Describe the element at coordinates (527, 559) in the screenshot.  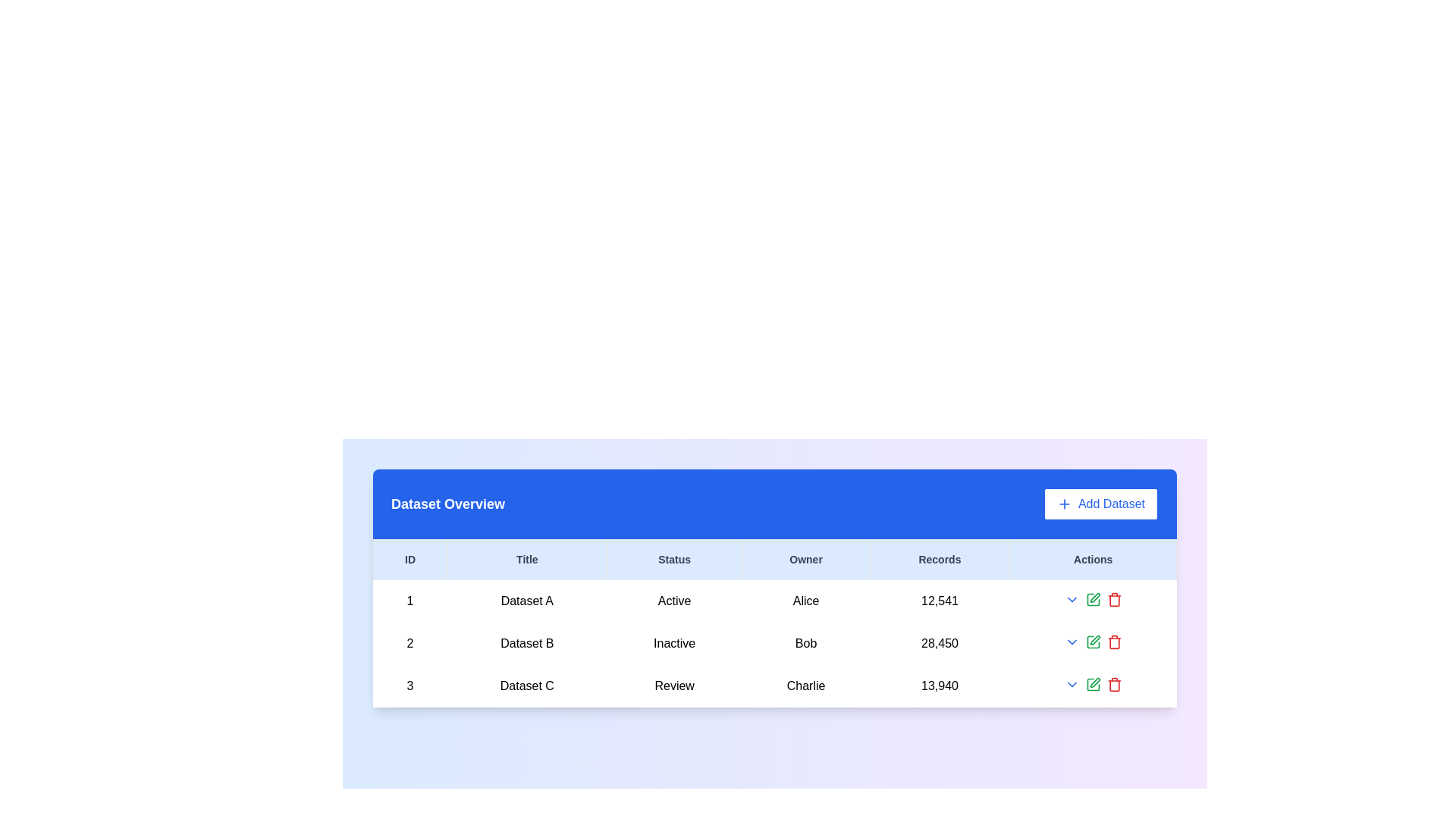
I see `the Table Header Cell labeled 'Title' which is styled with a light blue background and is part of the header row in the Dataset Overview table` at that location.